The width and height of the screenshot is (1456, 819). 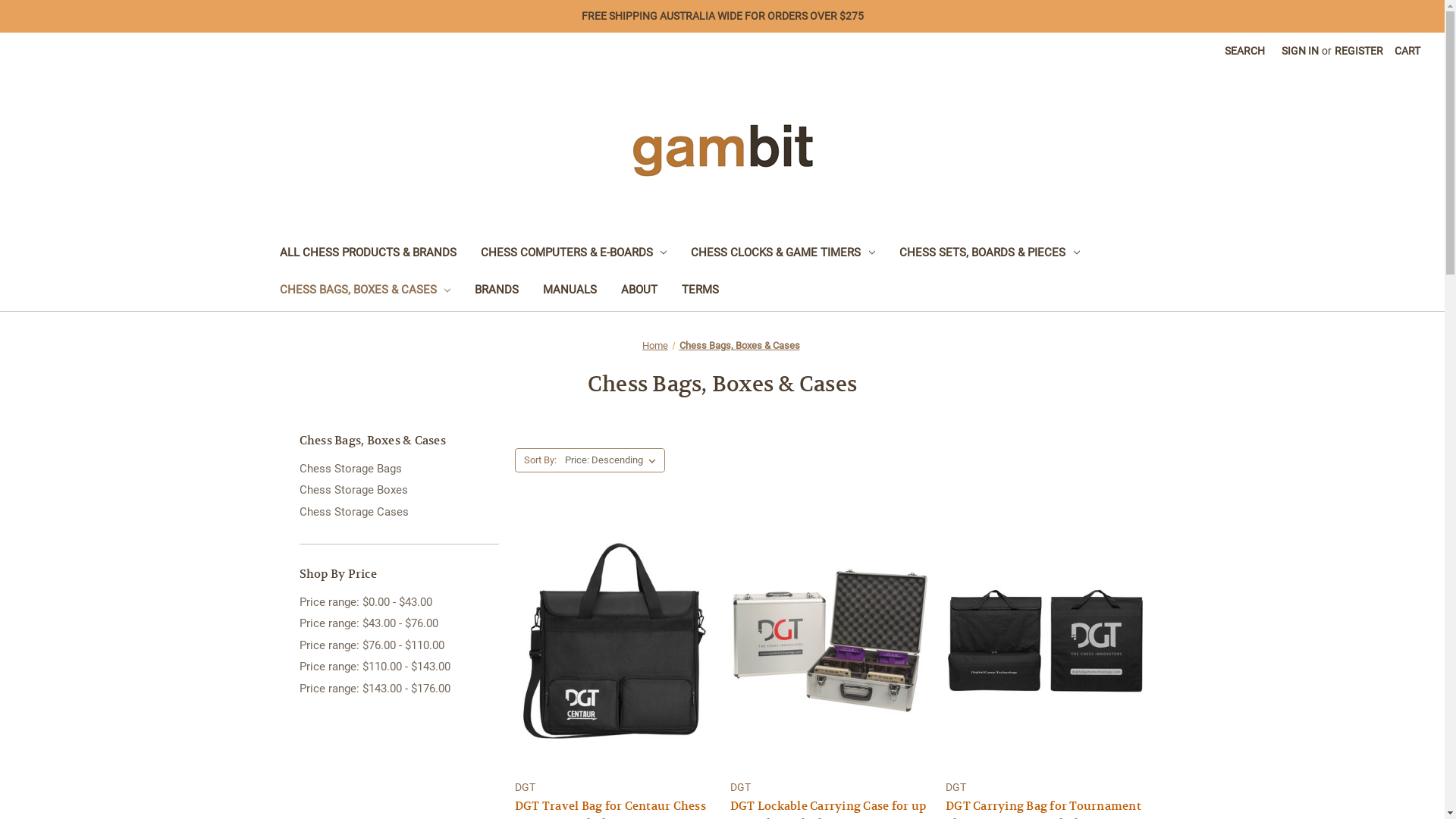 I want to click on 'Price range: $43.00 - $76.00', so click(x=398, y=623).